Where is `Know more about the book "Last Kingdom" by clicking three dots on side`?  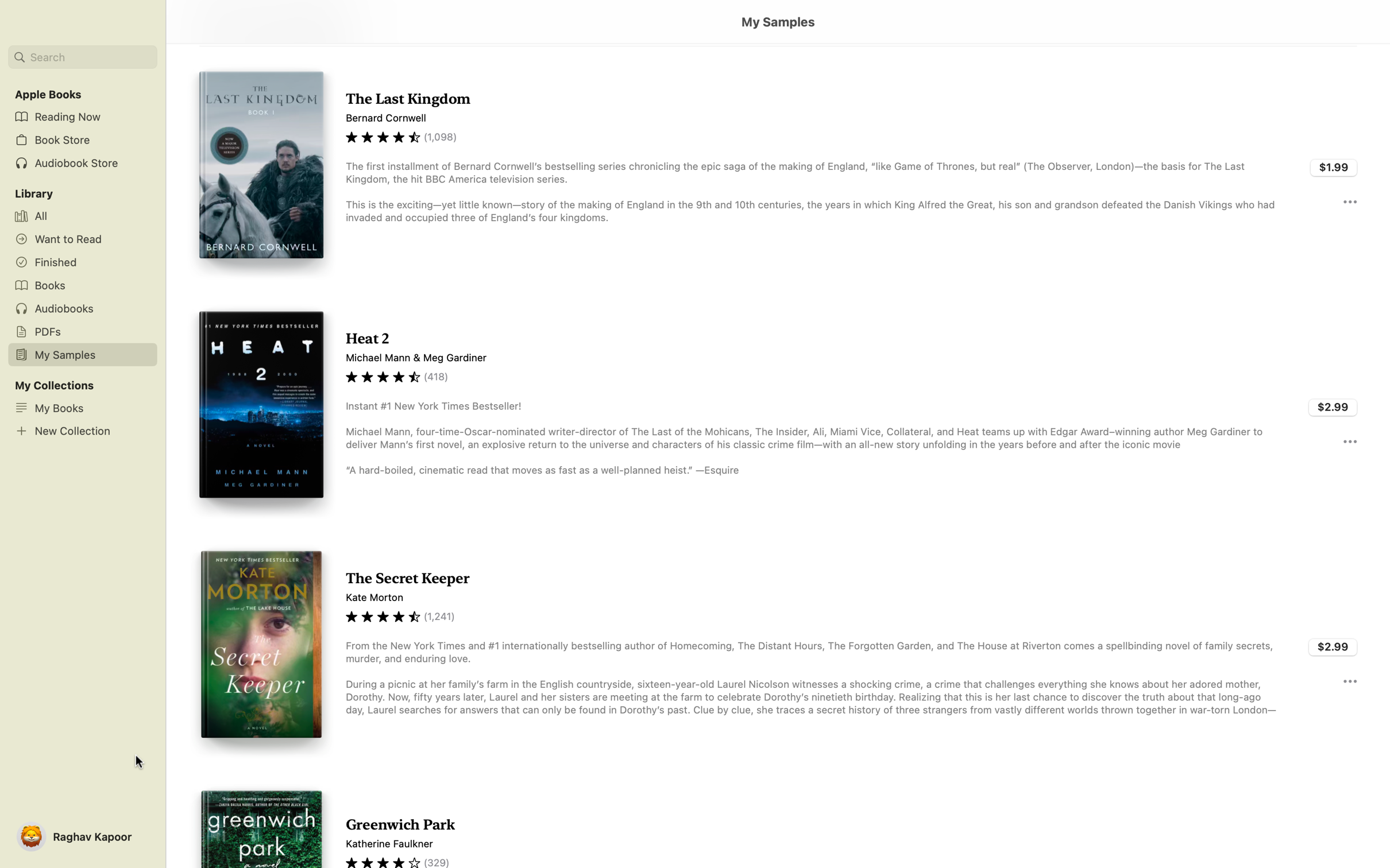 Know more about the book "Last Kingdom" by clicking three dots on side is located at coordinates (1349, 200).